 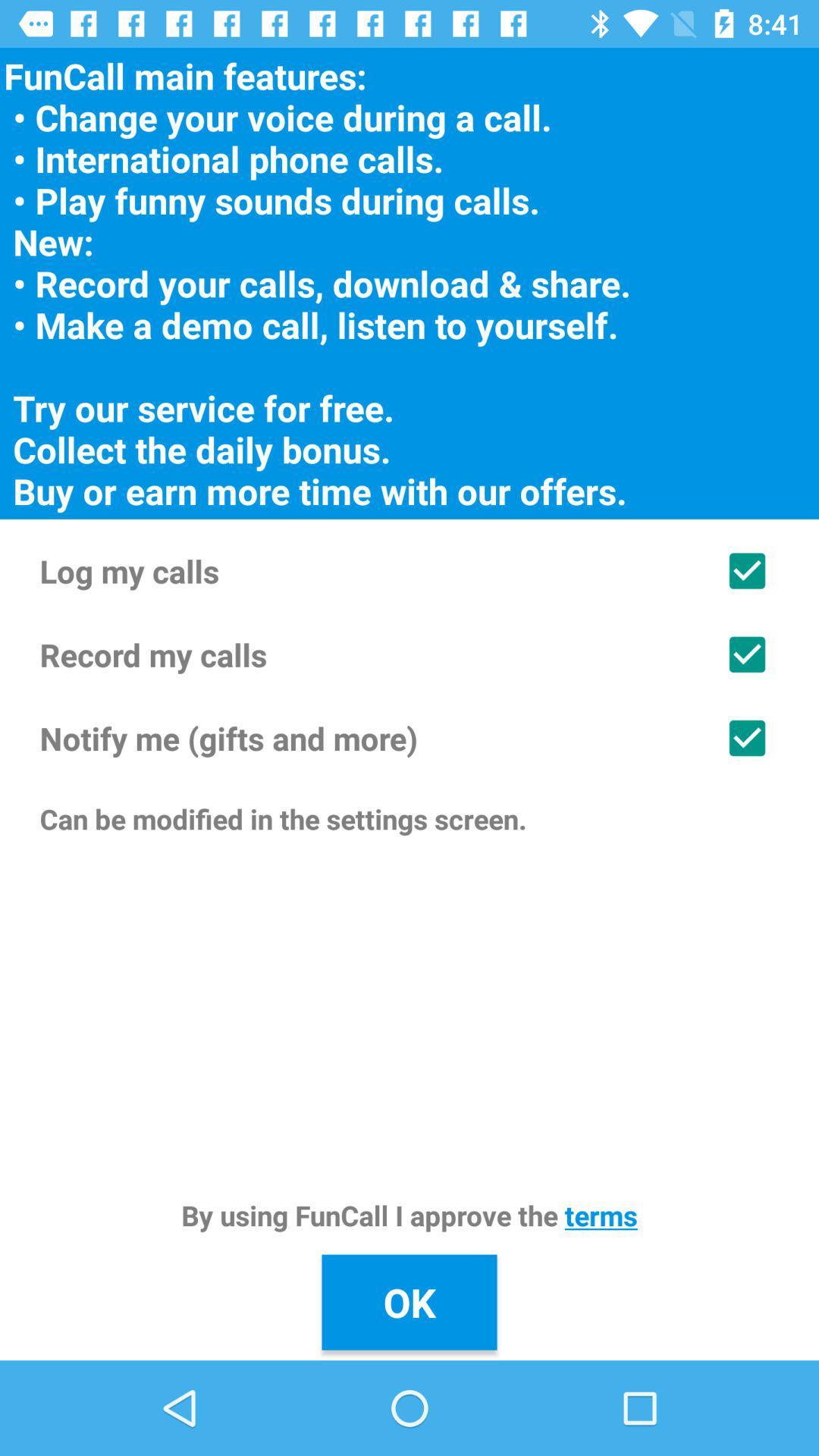 I want to click on notify me gifts, so click(x=409, y=738).